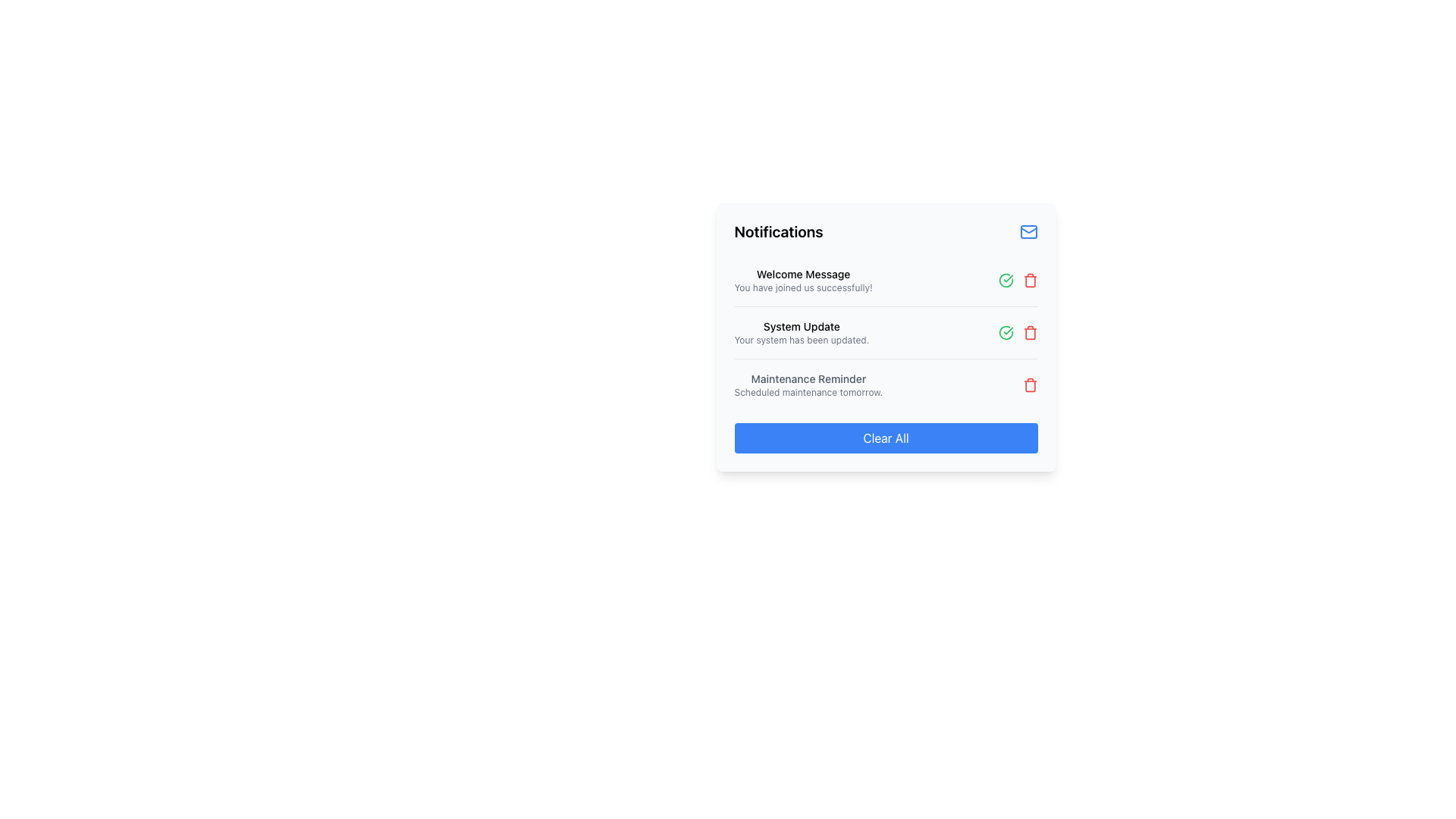  I want to click on the textual label indicating successful joining, located at the top of the vertical notification list beneath the title 'Notifications', so click(802, 281).